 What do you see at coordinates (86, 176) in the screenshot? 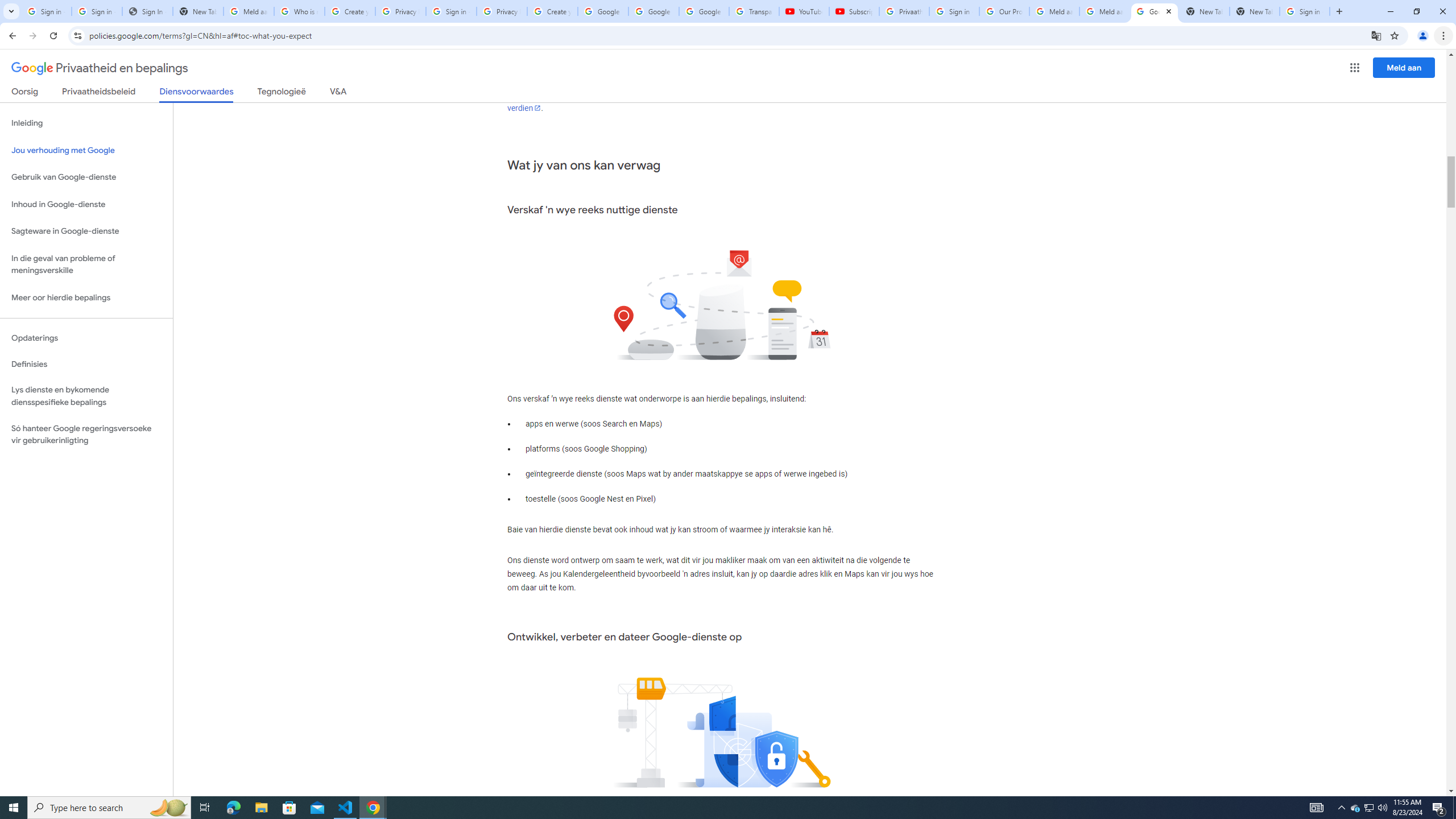
I see `'Gebruik van Google-dienste'` at bounding box center [86, 176].